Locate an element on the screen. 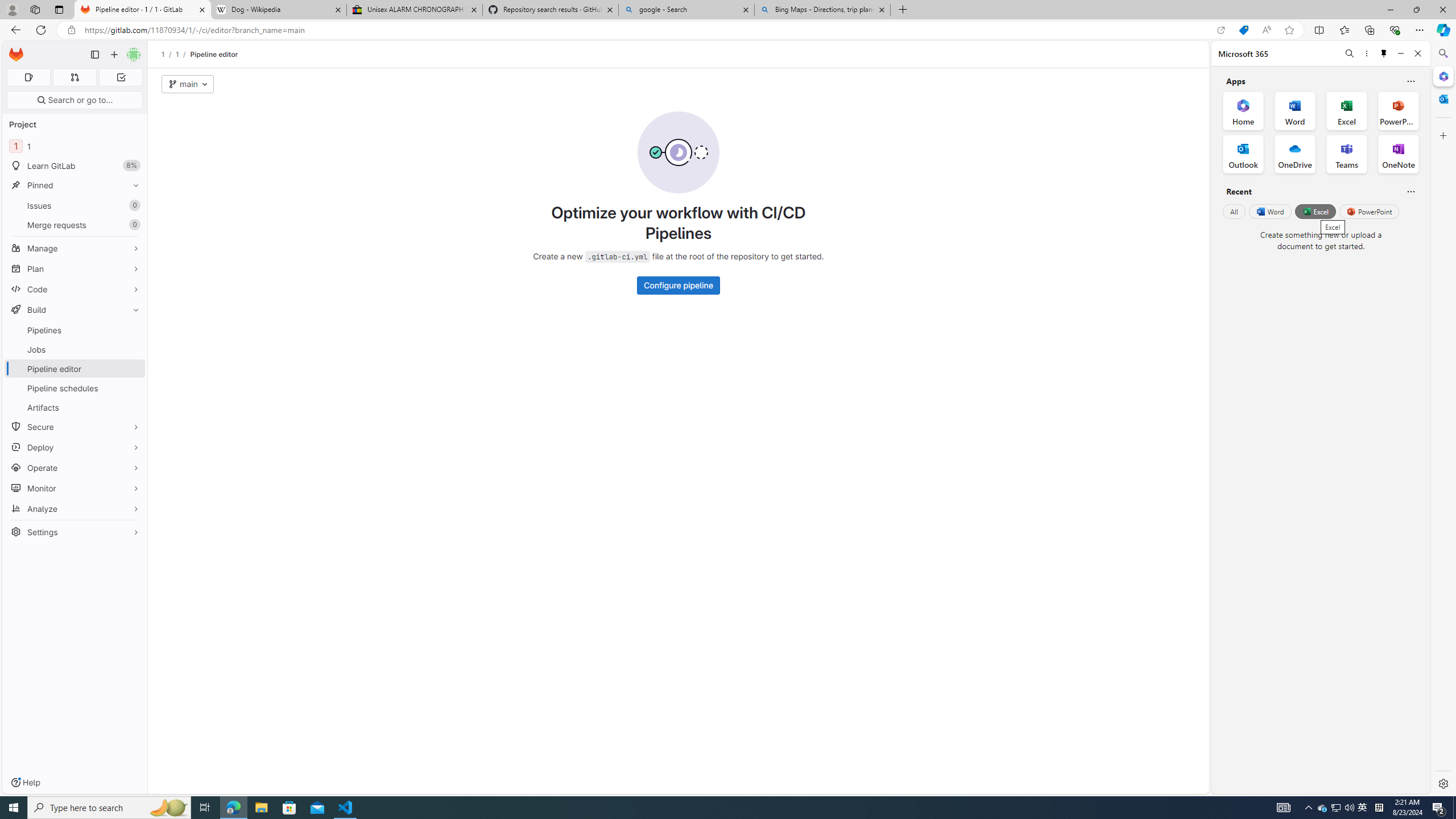 The height and width of the screenshot is (819, 1456). 'Open in app' is located at coordinates (1220, 30).